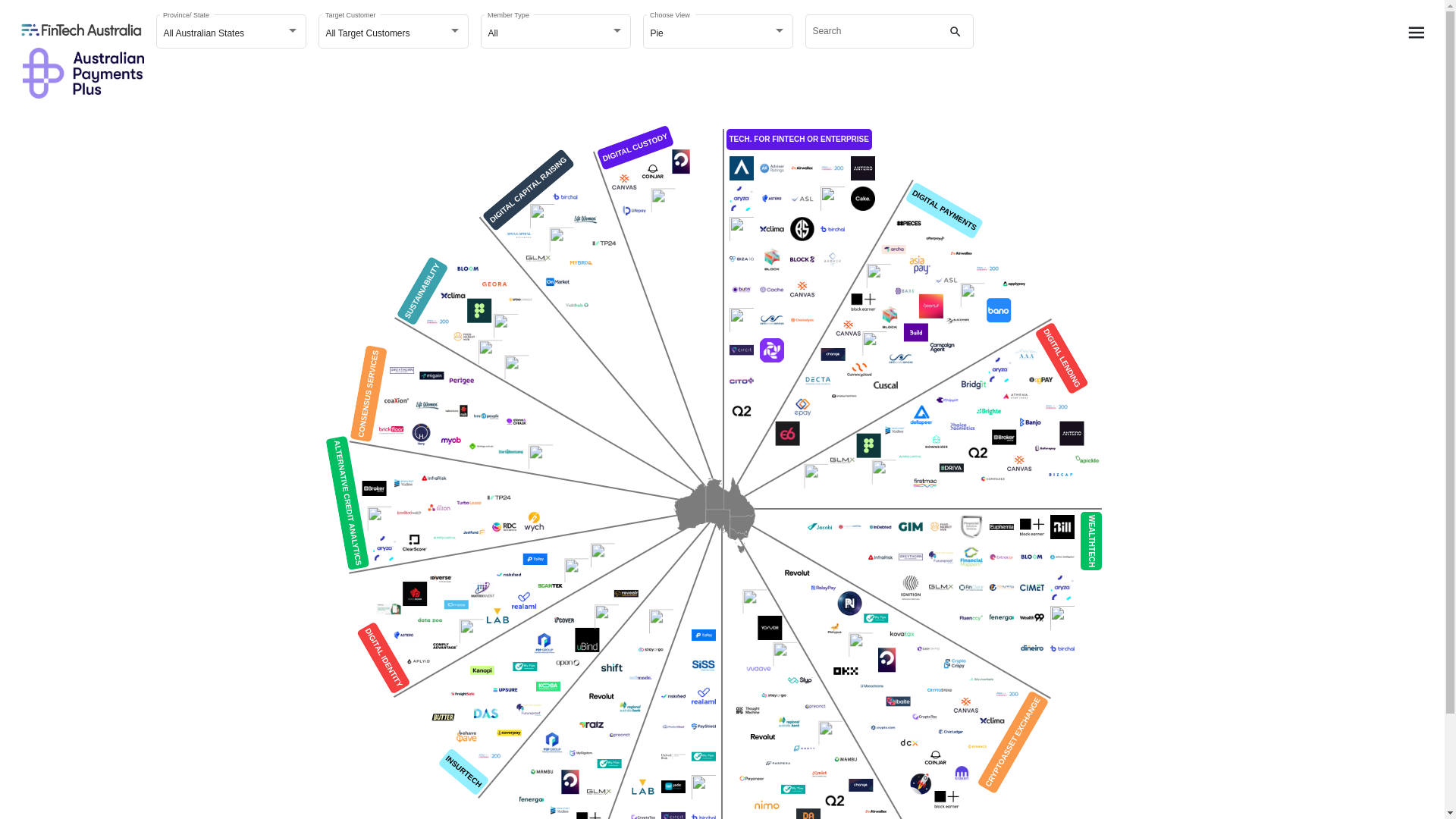  I want to click on 'Global Investment Marketing Pty Ltd', so click(910, 526).